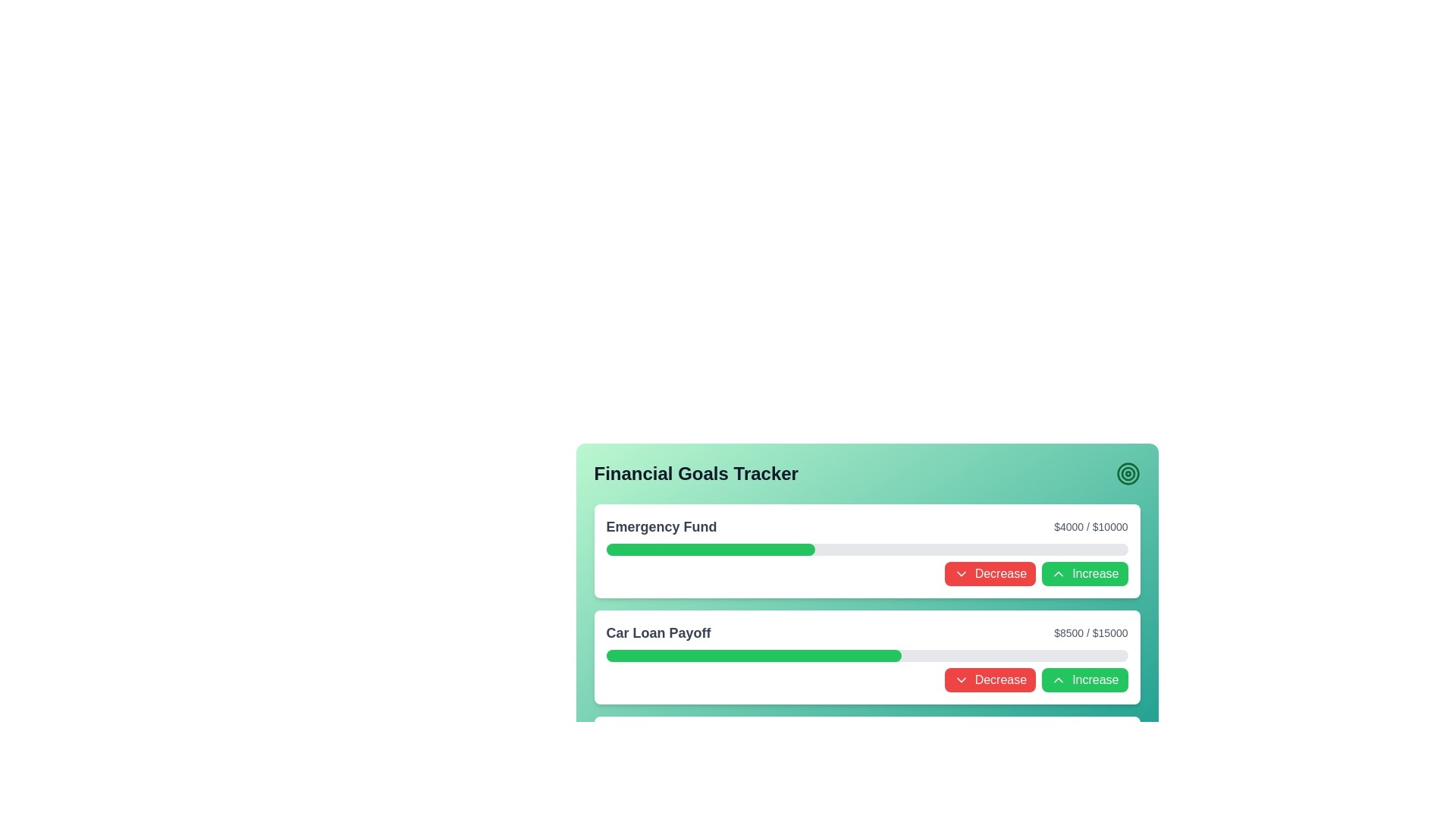  I want to click on the text label displaying the current and target amounts for the 'Emergency Fund' financial goal, located on the right side of the 'Emergency Fund' section, just above the progress bar, so click(1090, 526).